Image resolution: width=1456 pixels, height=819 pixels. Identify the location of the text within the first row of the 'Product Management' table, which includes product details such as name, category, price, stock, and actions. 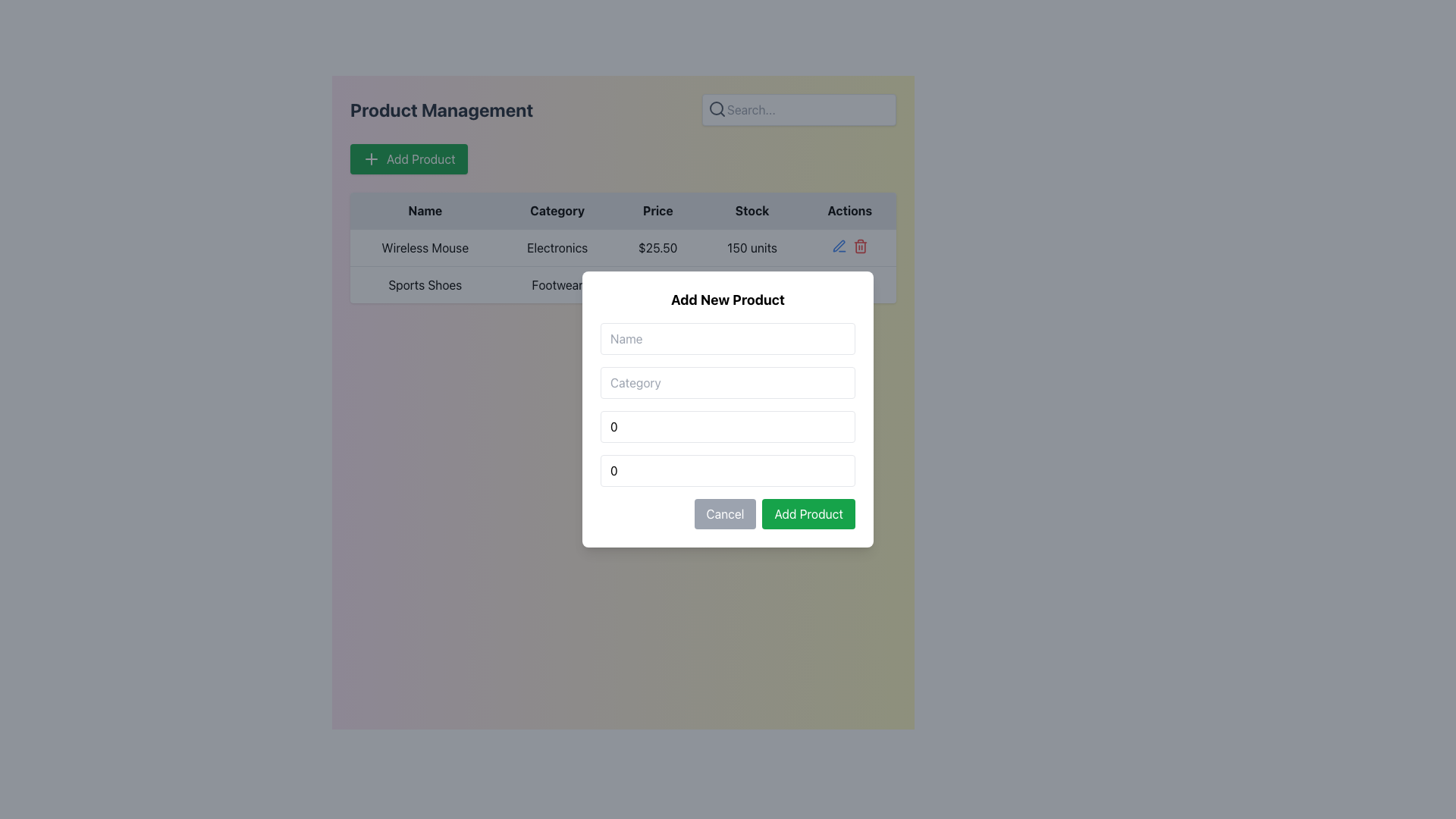
(623, 247).